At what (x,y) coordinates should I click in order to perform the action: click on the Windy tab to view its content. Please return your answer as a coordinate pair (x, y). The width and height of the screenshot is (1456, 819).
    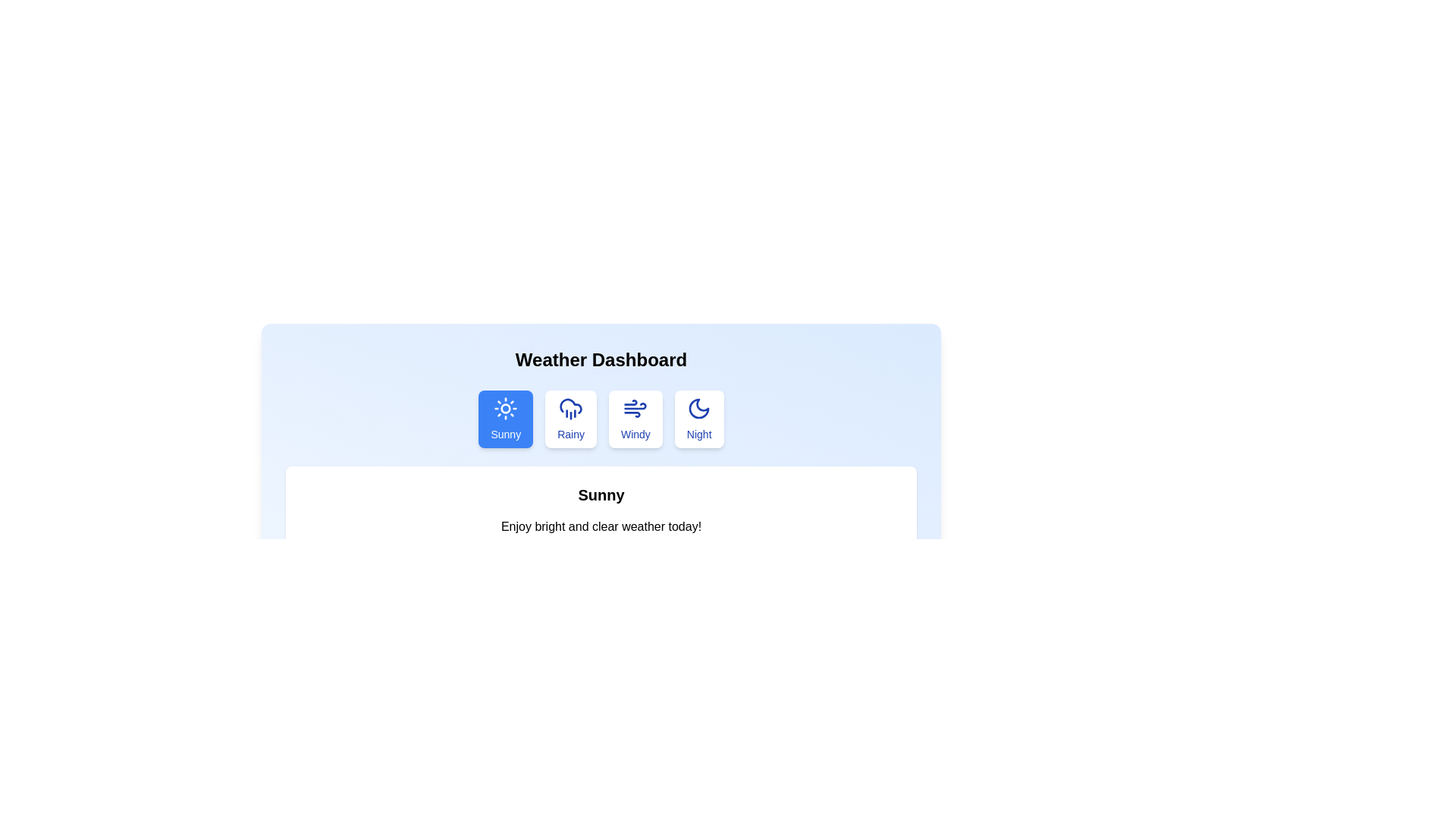
    Looking at the image, I should click on (635, 419).